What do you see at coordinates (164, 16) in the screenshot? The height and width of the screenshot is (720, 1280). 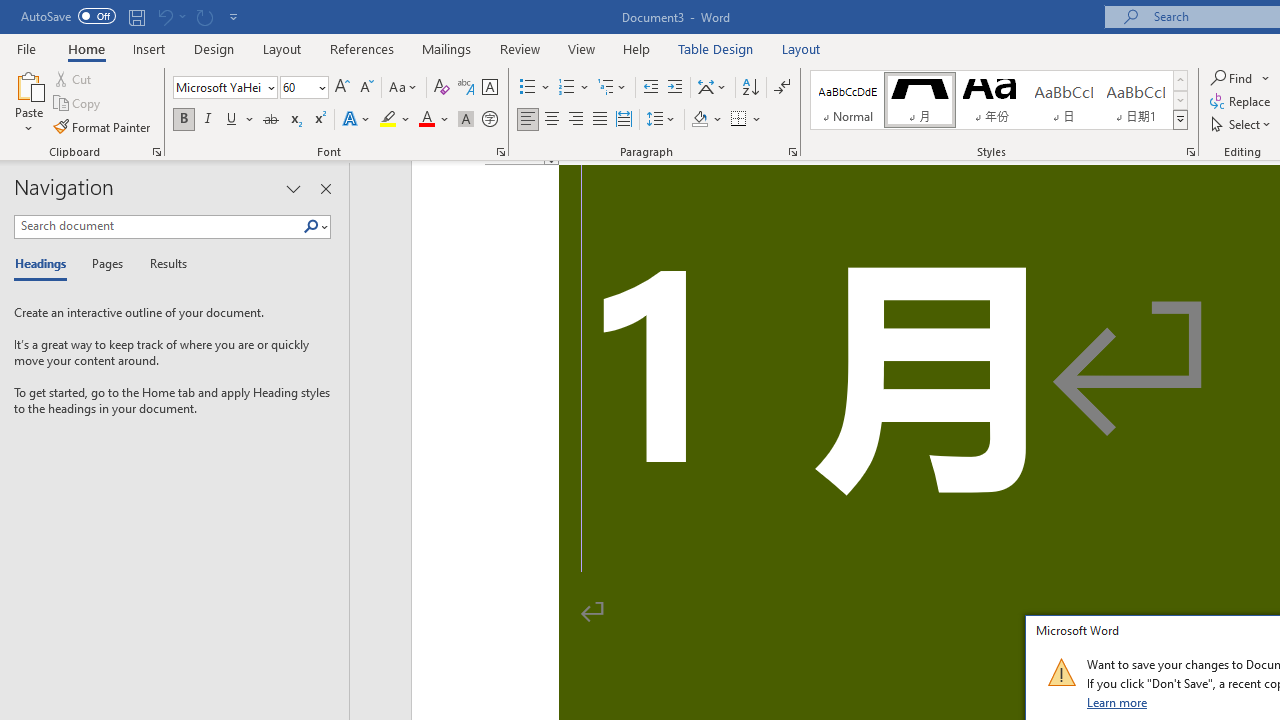 I see `'Can'` at bounding box center [164, 16].